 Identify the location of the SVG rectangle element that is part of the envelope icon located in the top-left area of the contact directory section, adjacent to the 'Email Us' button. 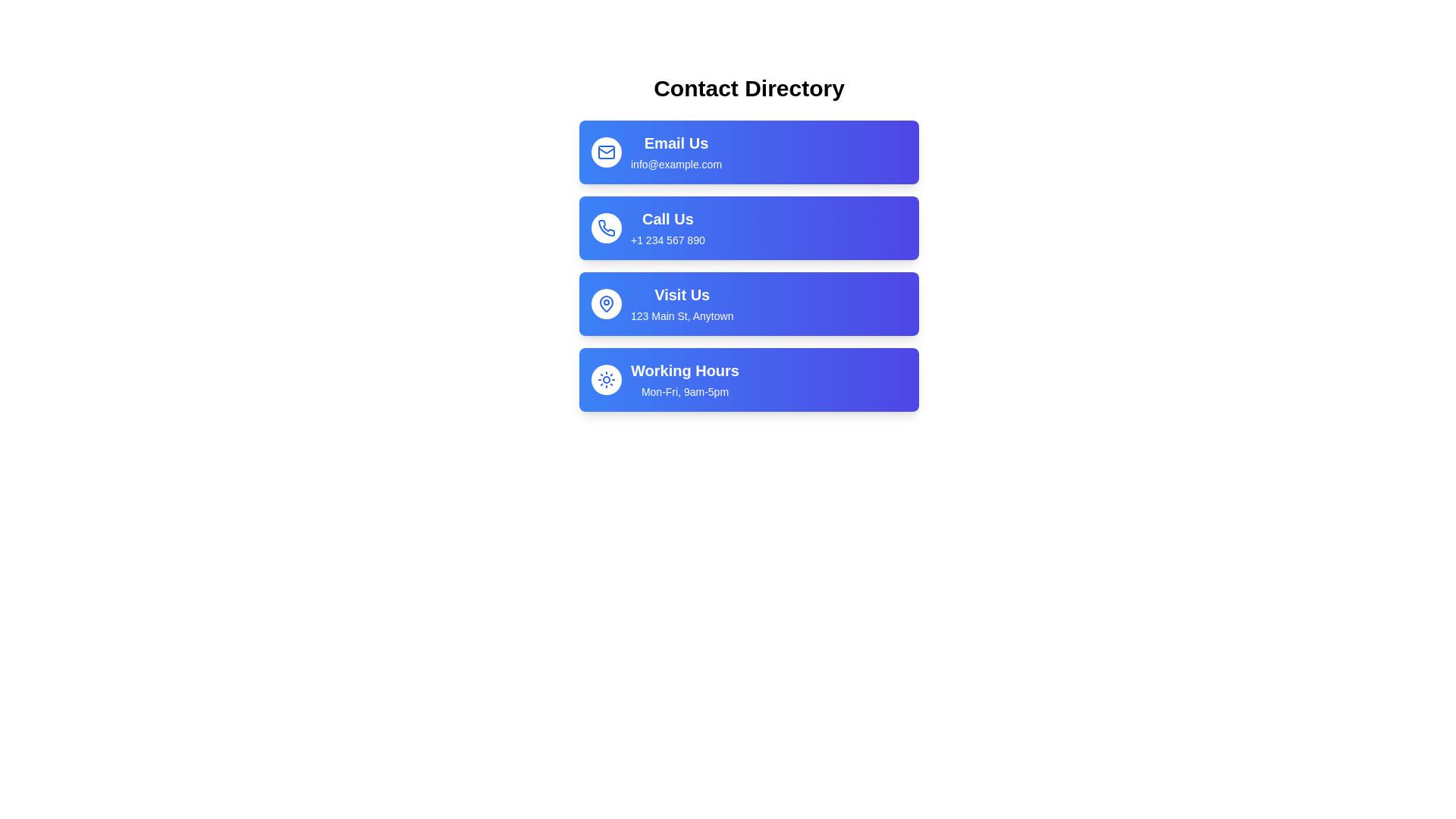
(607, 152).